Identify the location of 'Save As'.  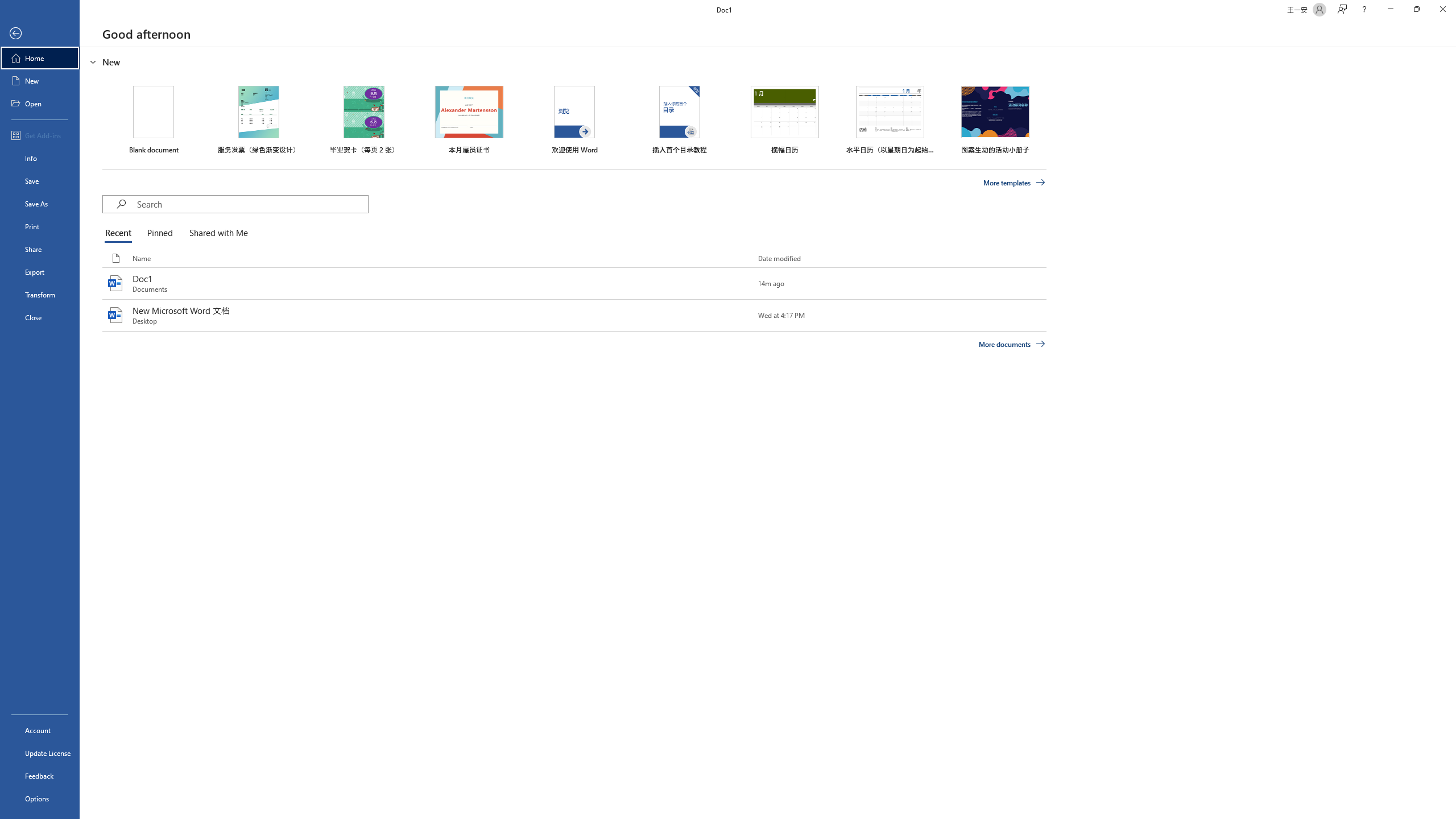
(39, 202).